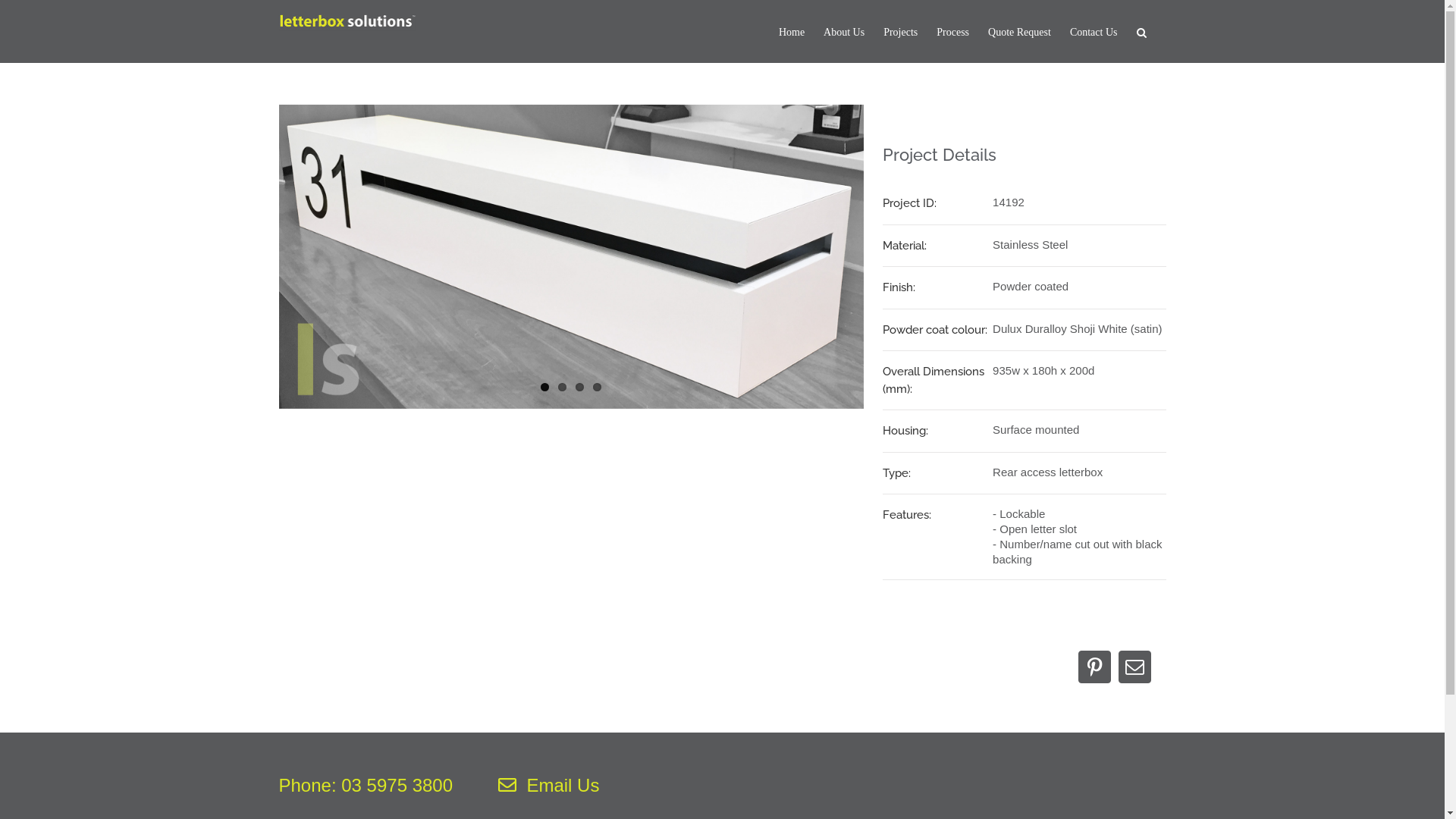 This screenshot has height=819, width=1456. What do you see at coordinates (596, 386) in the screenshot?
I see `'4'` at bounding box center [596, 386].